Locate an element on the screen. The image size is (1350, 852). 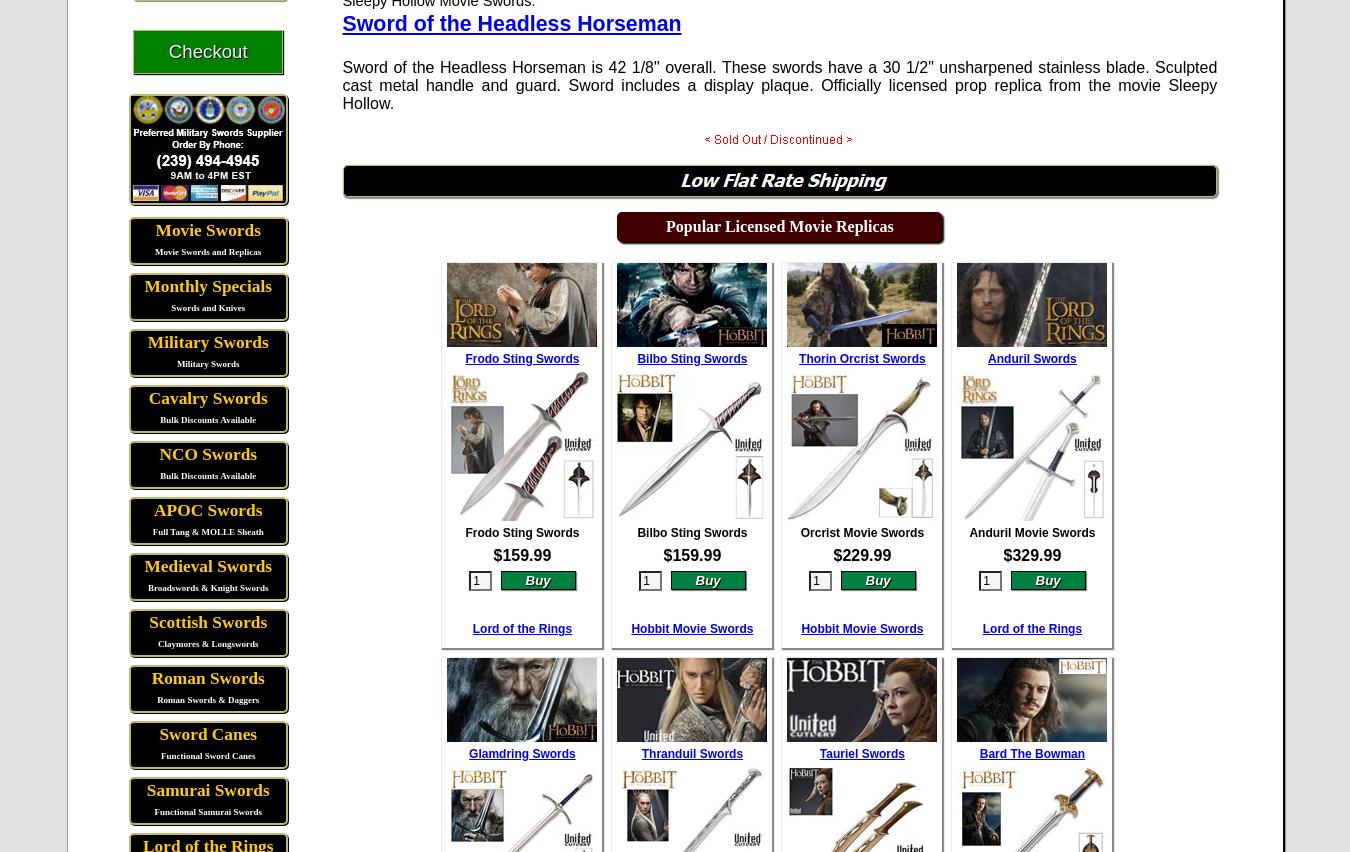
'Movie Swords' is located at coordinates (207, 229).